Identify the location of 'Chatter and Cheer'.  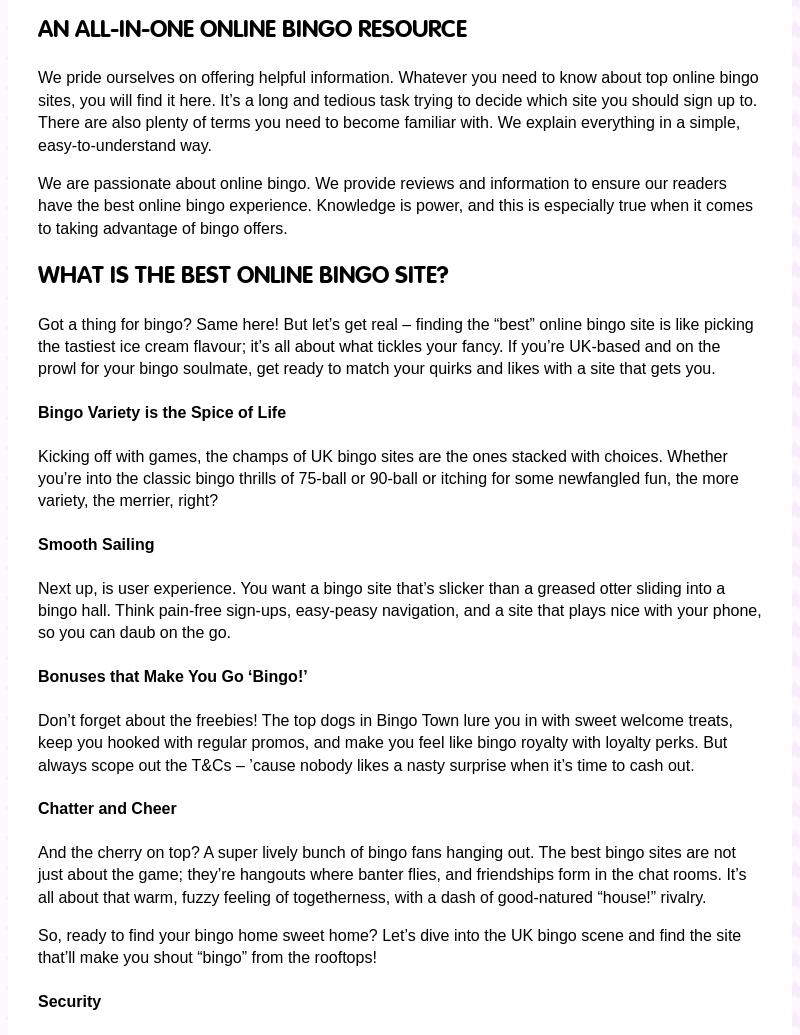
(37, 807).